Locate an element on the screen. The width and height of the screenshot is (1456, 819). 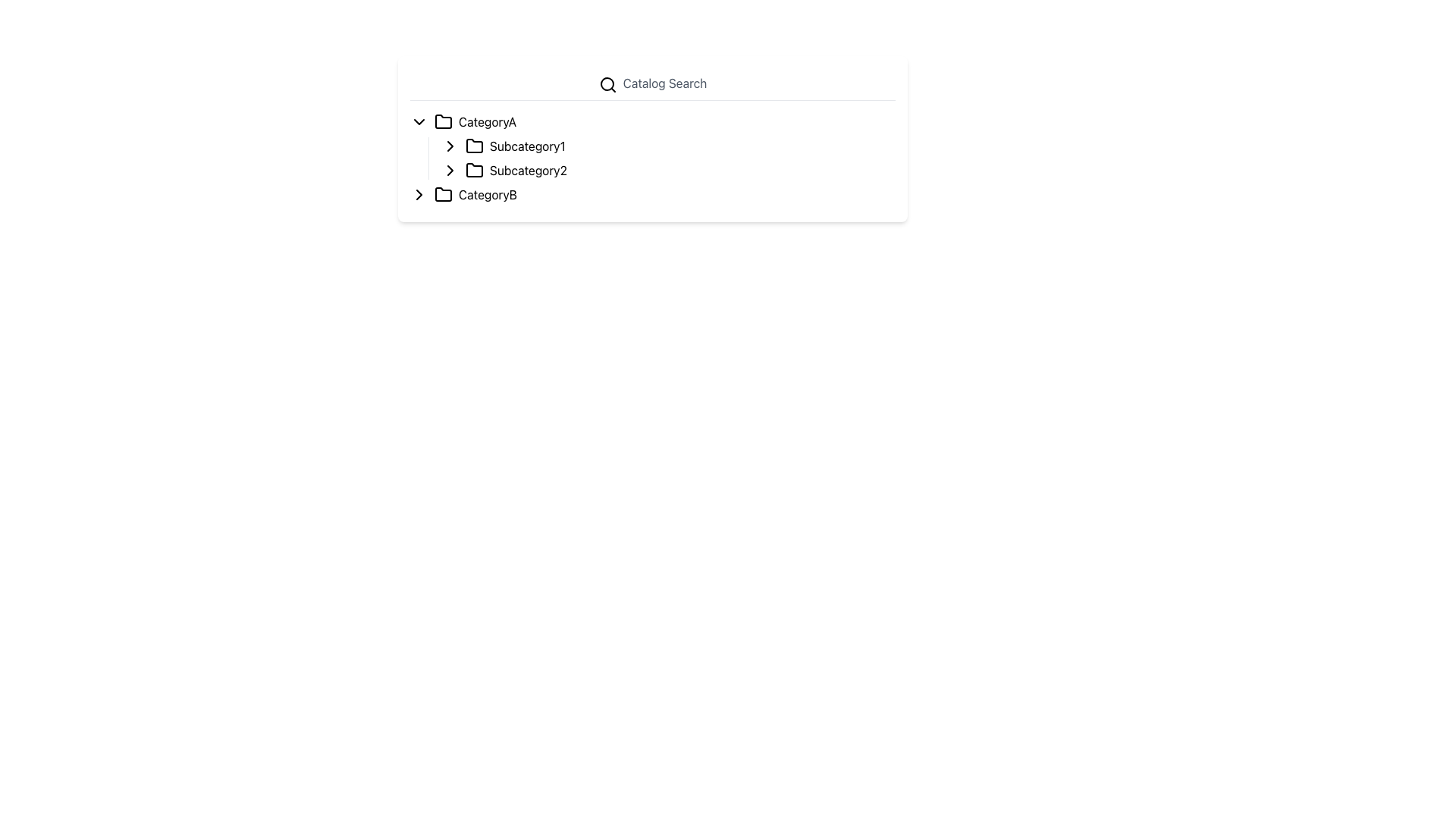
the folder icon representing the 'Subcategory2' item, which is the second icon from the left in its horizontal layout is located at coordinates (473, 169).